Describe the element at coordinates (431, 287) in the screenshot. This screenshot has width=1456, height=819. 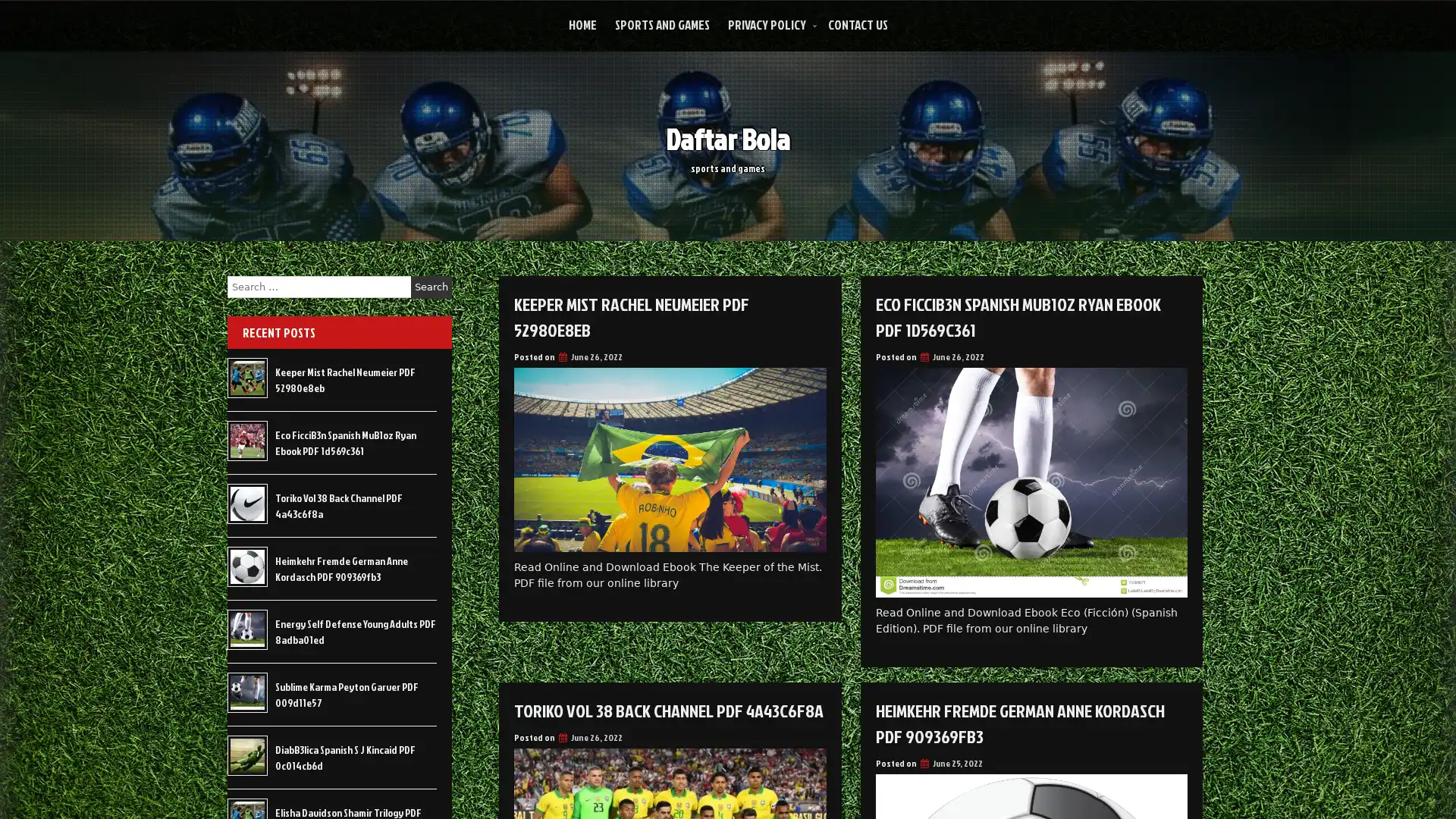
I see `Search` at that location.